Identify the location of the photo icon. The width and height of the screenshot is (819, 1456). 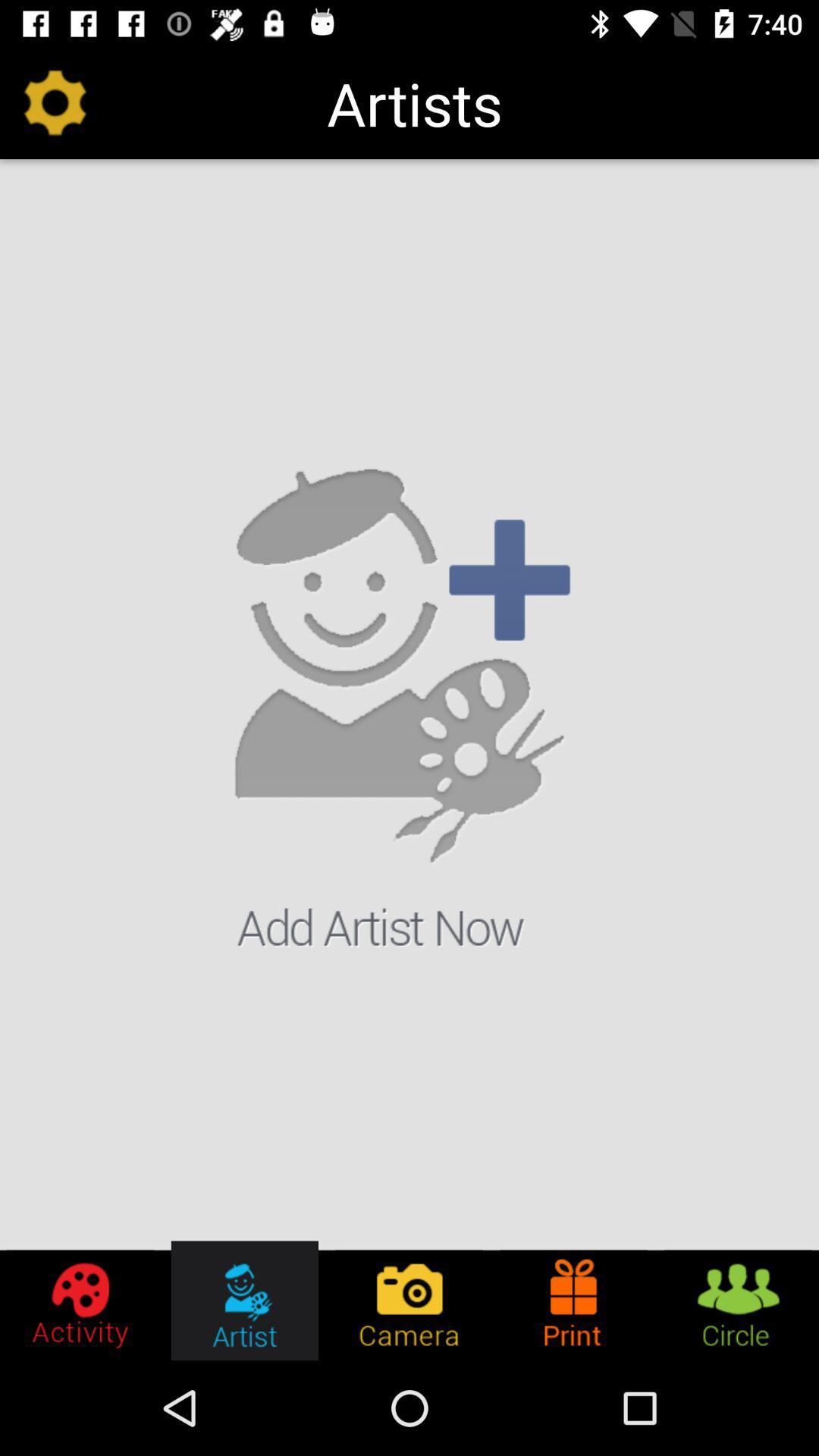
(408, 1300).